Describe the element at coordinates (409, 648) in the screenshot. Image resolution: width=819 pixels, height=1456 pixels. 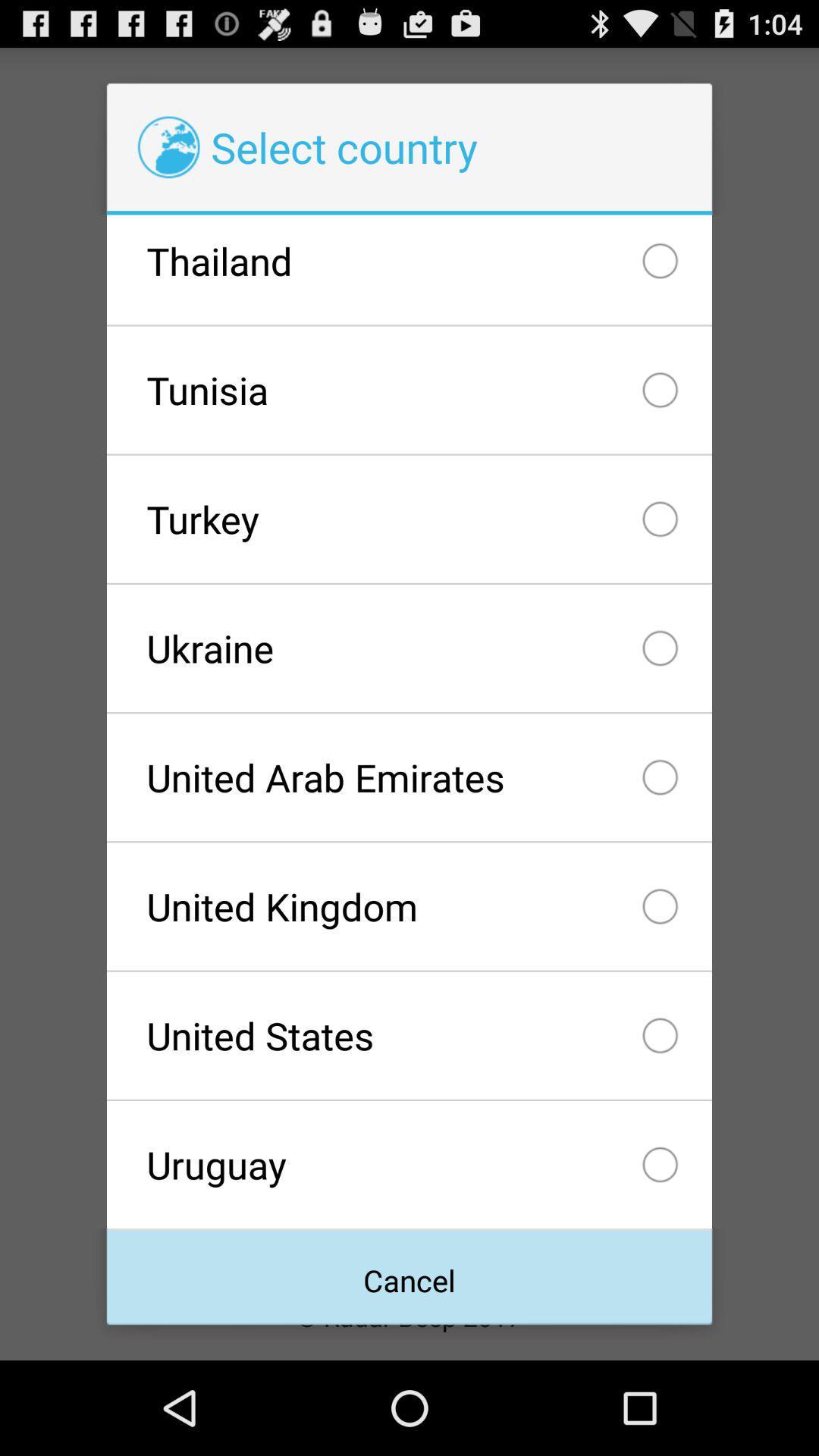
I see `the icon above the united arab emirates checkbox` at that location.